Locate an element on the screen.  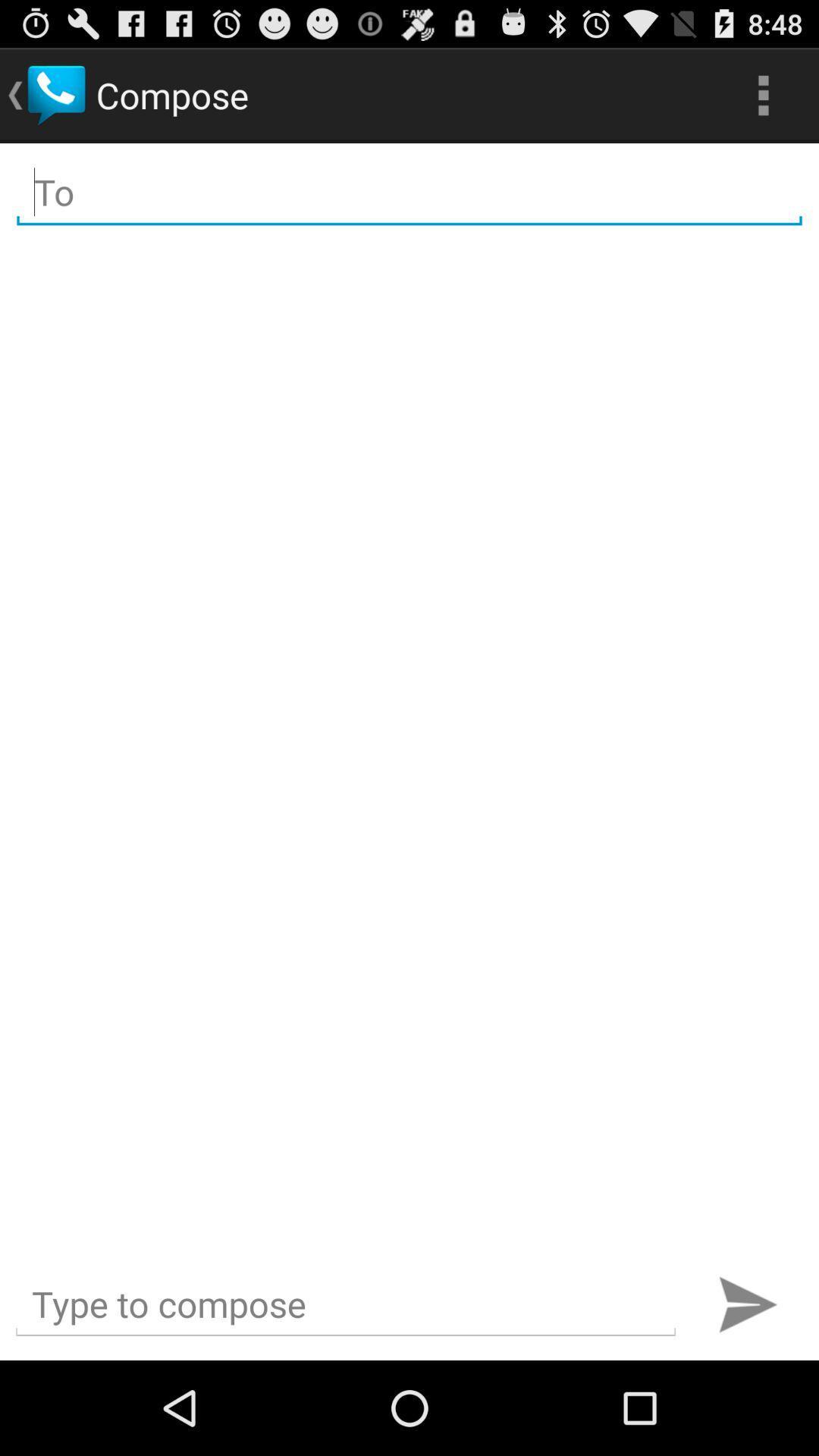
address line for message is located at coordinates (409, 192).